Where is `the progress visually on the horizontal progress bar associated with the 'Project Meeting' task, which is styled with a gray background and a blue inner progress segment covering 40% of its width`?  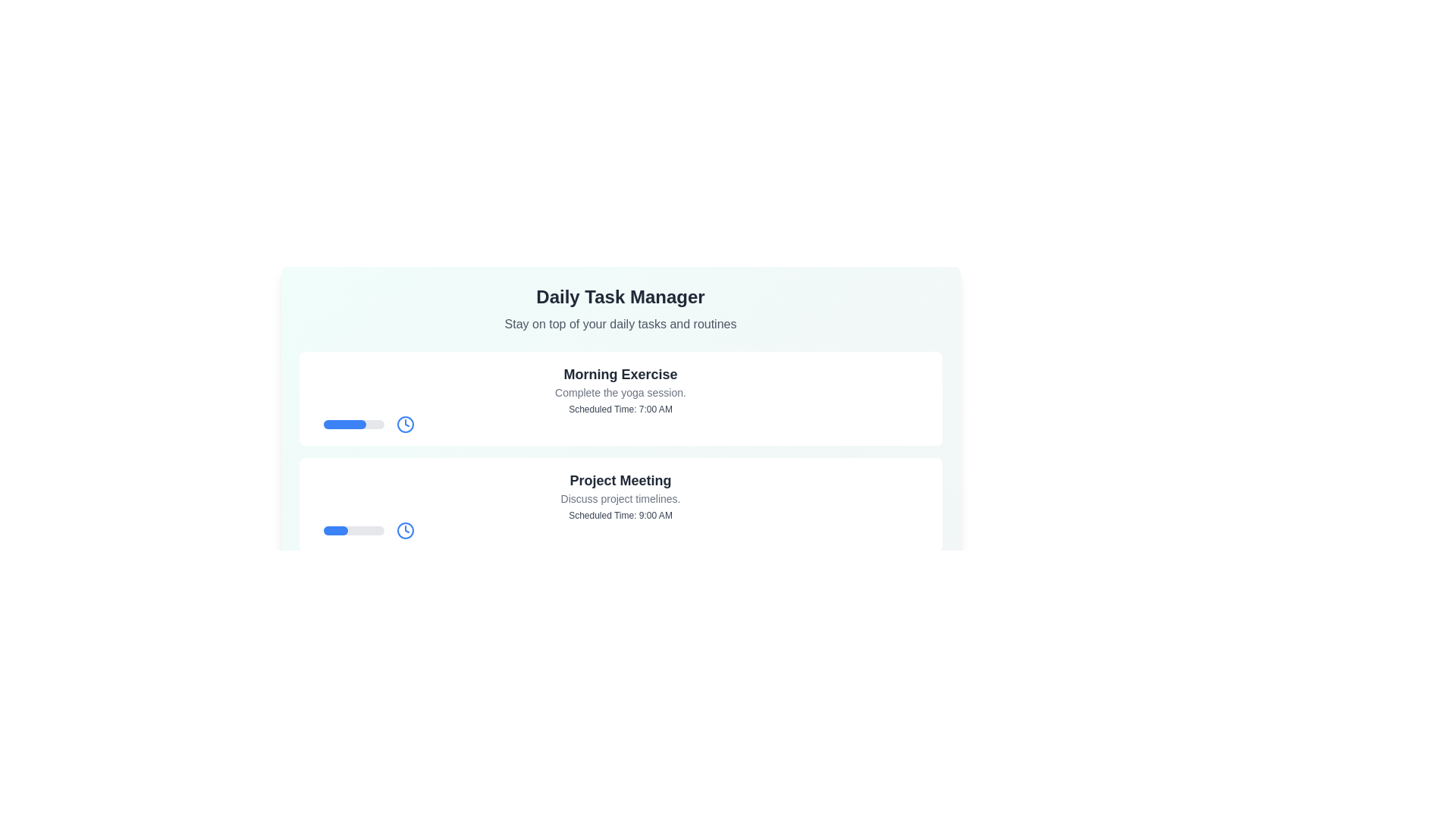 the progress visually on the horizontal progress bar associated with the 'Project Meeting' task, which is styled with a gray background and a blue inner progress segment covering 40% of its width is located at coordinates (353, 529).